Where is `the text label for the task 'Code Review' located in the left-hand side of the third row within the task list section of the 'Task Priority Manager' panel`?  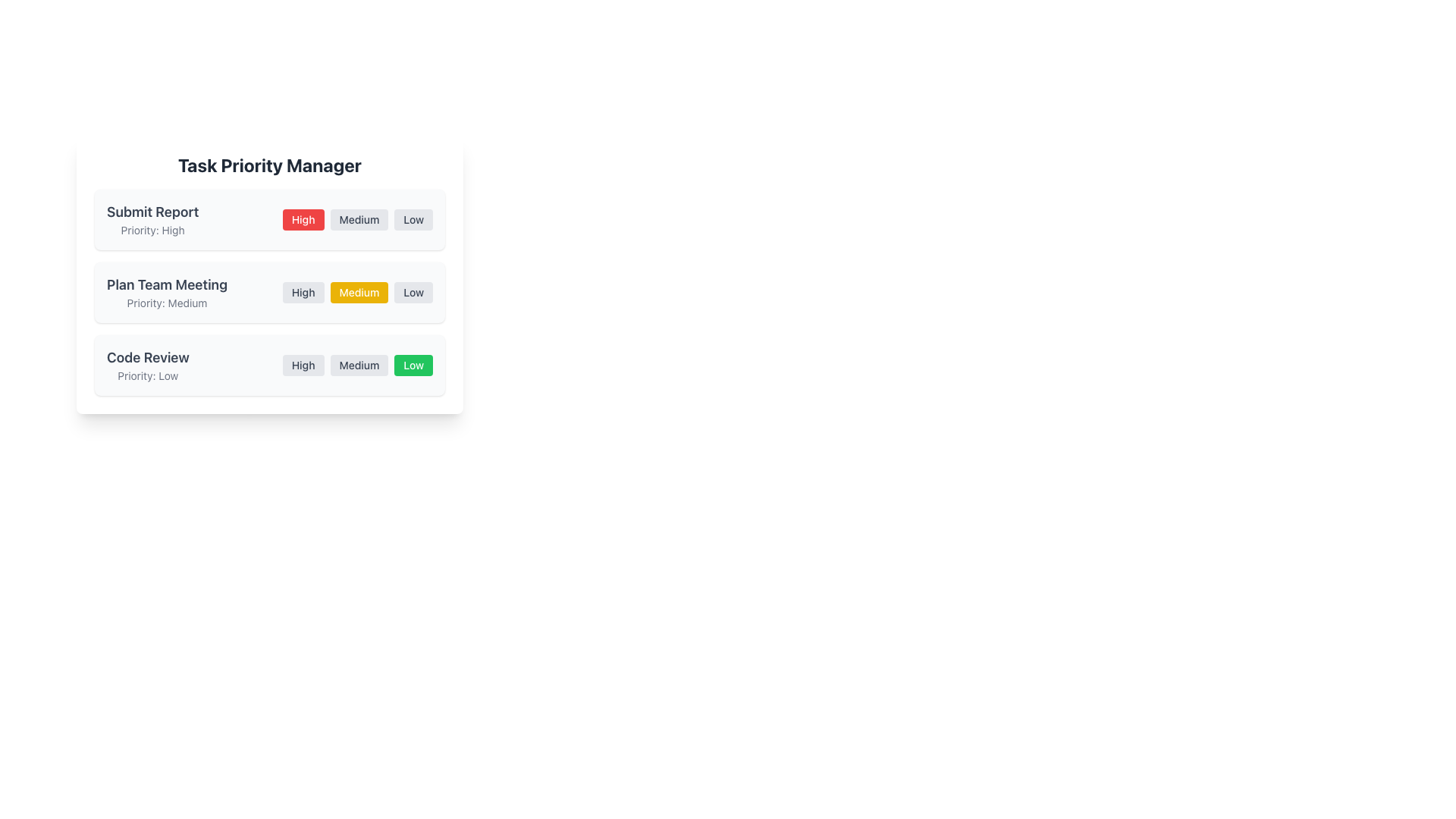
the text label for the task 'Code Review' located in the left-hand side of the third row within the task list section of the 'Task Priority Manager' panel is located at coordinates (148, 357).